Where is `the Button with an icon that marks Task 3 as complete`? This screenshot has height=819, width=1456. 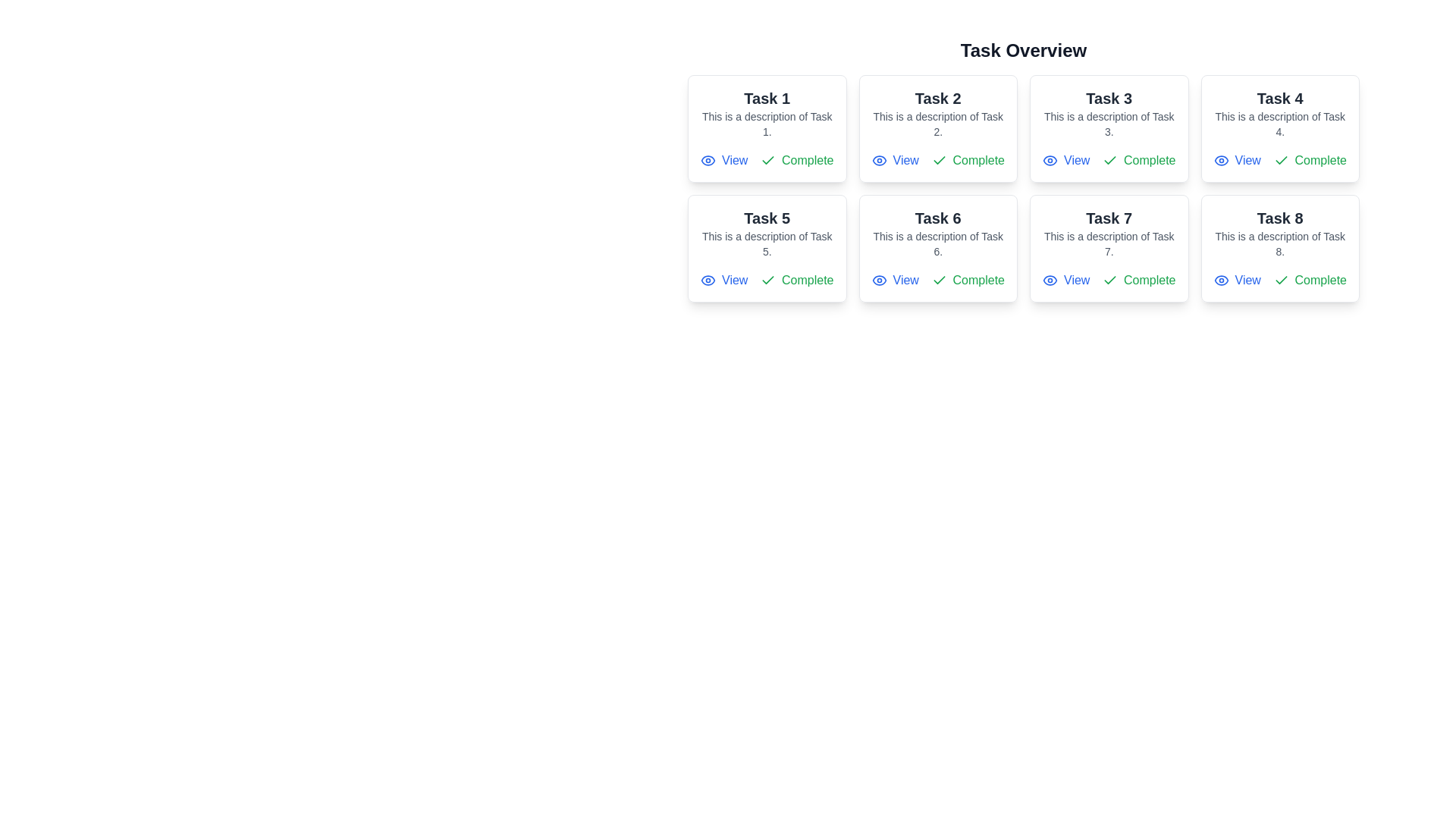
the Button with an icon that marks Task 3 as complete is located at coordinates (1139, 161).